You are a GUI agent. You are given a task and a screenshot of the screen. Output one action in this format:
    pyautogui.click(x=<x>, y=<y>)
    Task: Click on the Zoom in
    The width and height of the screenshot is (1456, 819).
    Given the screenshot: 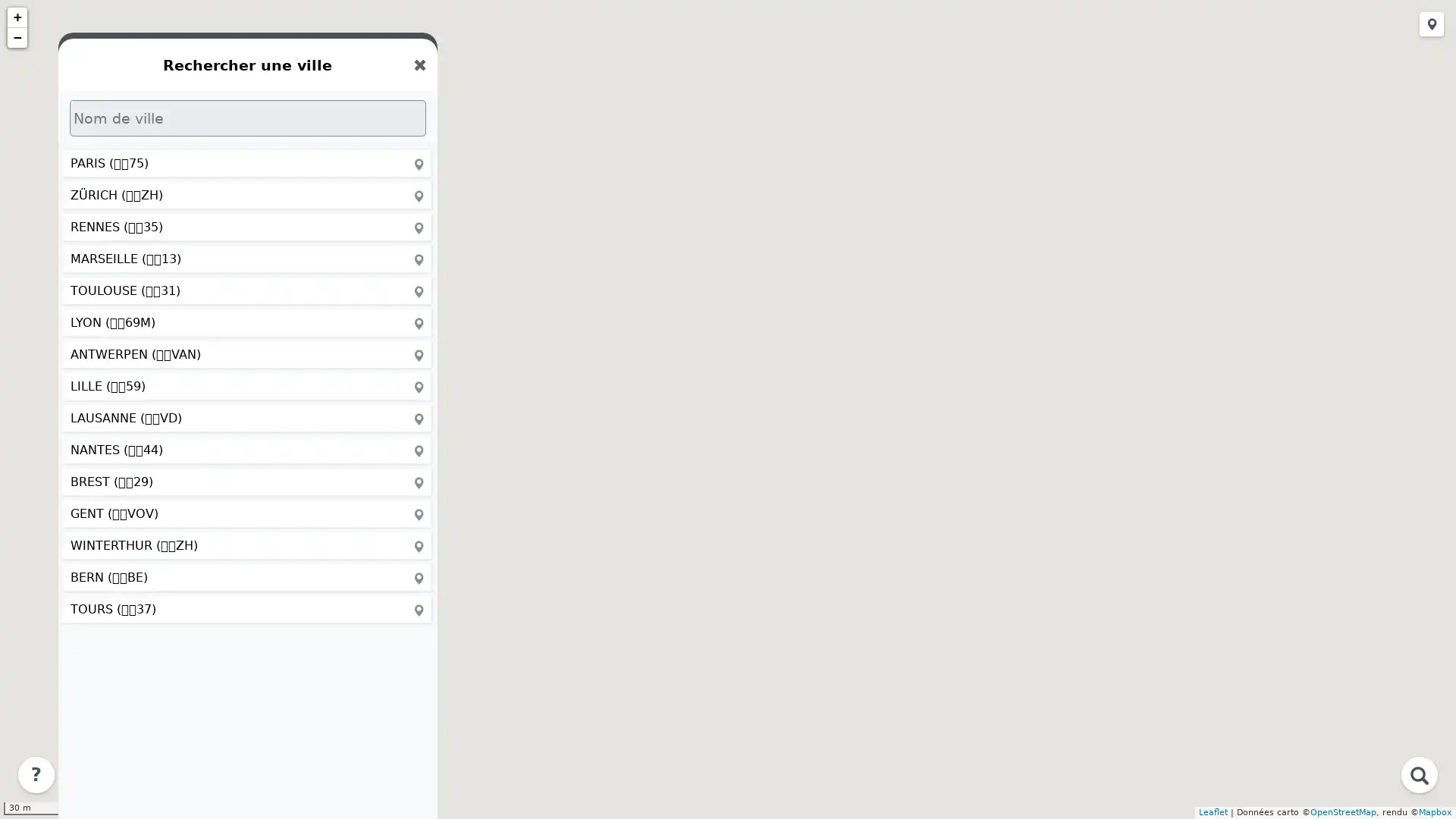 What is the action you would take?
    pyautogui.click(x=17, y=17)
    